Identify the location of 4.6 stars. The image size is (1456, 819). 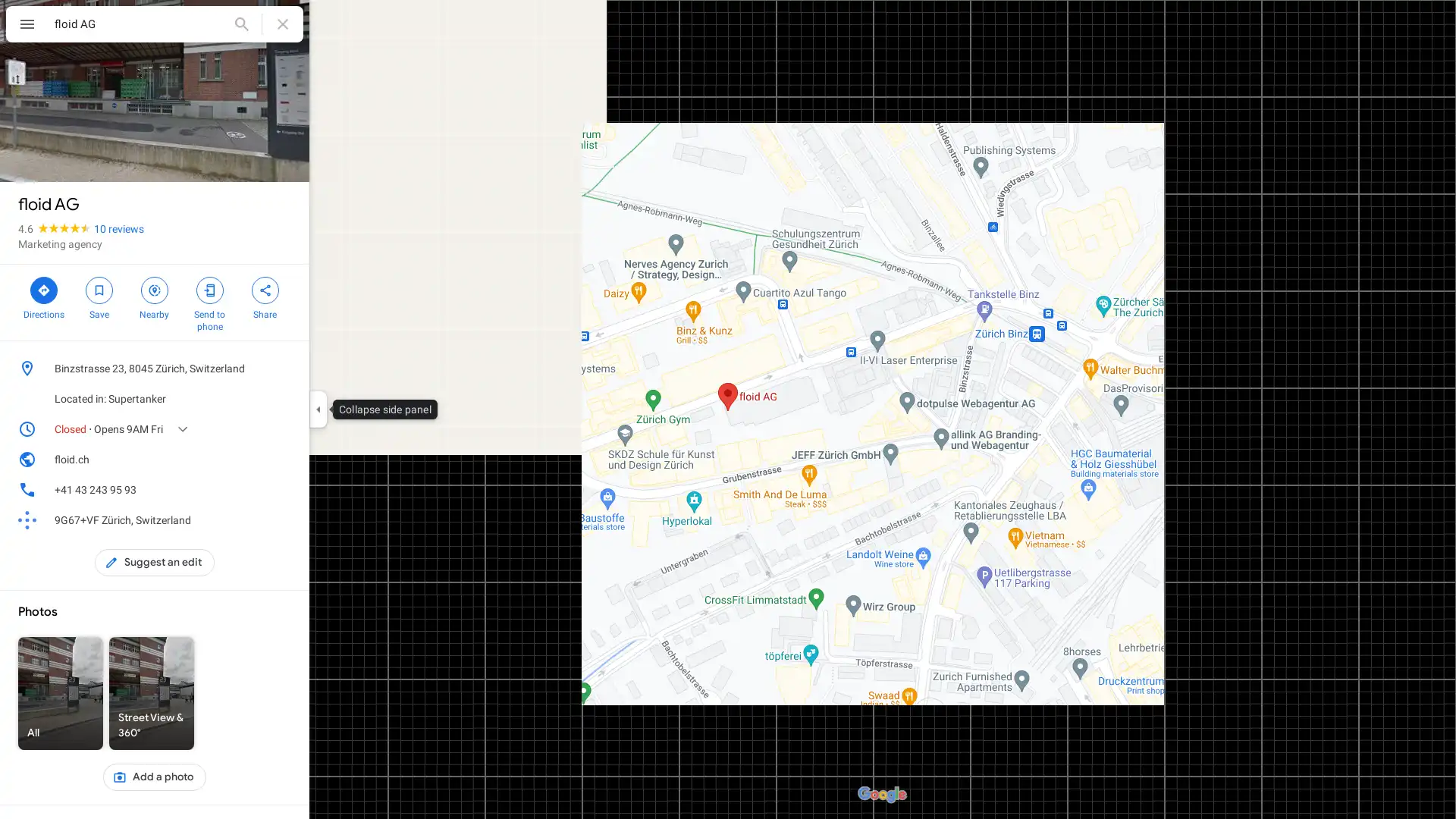
(55, 228).